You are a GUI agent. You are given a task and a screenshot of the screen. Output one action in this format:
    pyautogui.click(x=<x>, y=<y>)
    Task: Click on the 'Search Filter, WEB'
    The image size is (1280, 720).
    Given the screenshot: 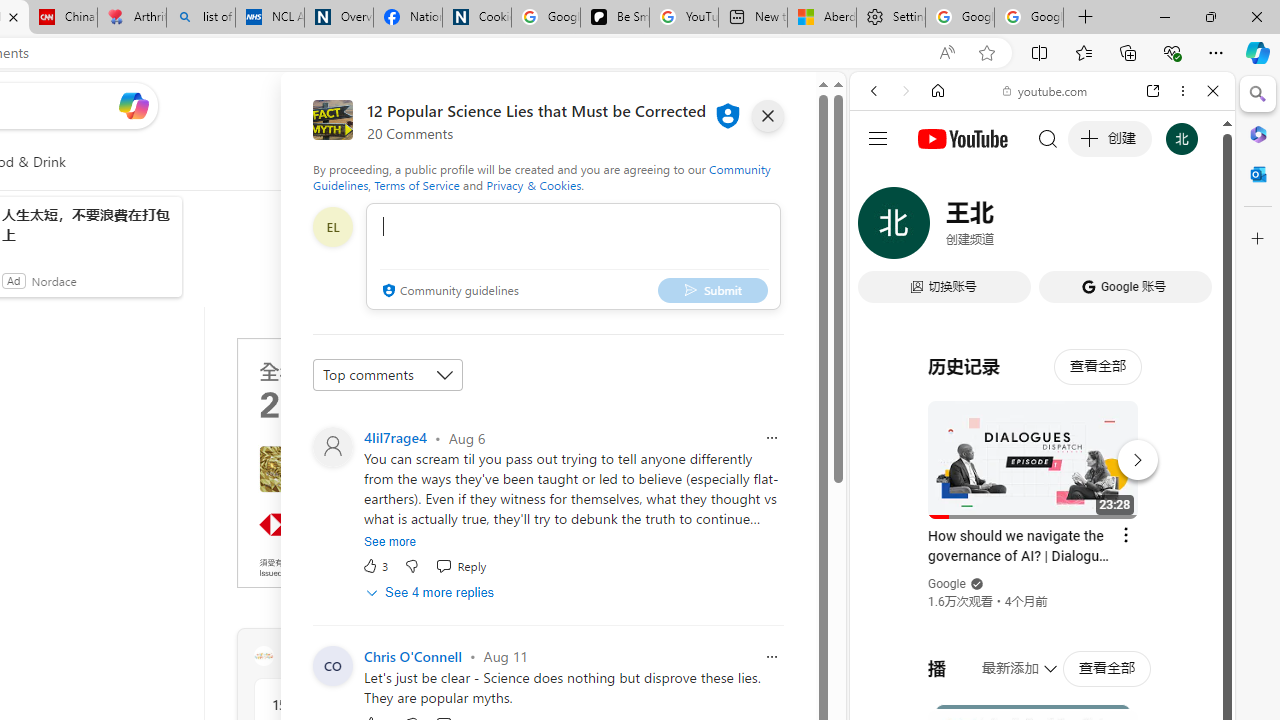 What is the action you would take?
    pyautogui.click(x=881, y=227)
    